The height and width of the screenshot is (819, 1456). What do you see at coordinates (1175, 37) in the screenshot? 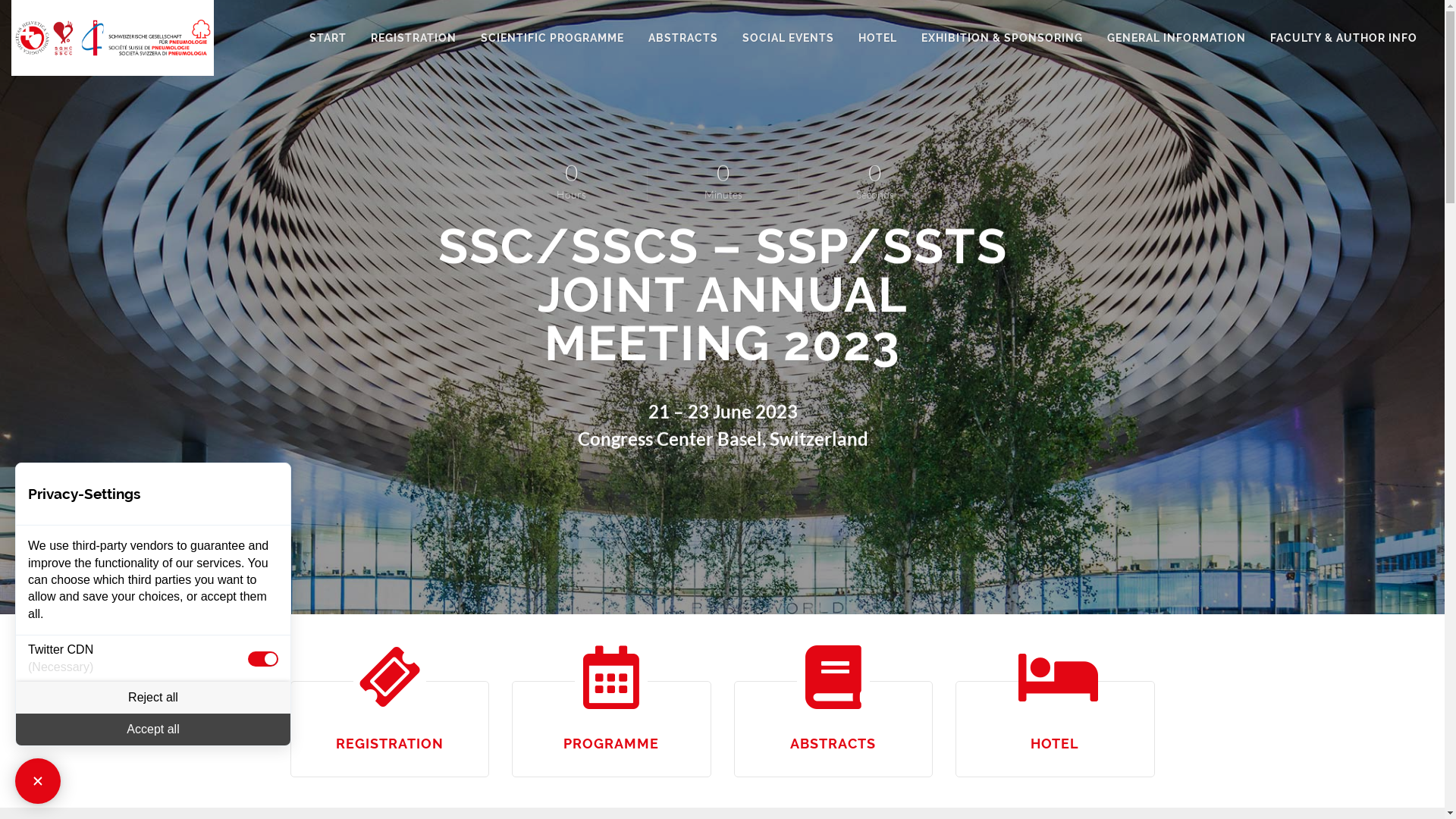
I see `'GENERAL INFORMATION'` at bounding box center [1175, 37].